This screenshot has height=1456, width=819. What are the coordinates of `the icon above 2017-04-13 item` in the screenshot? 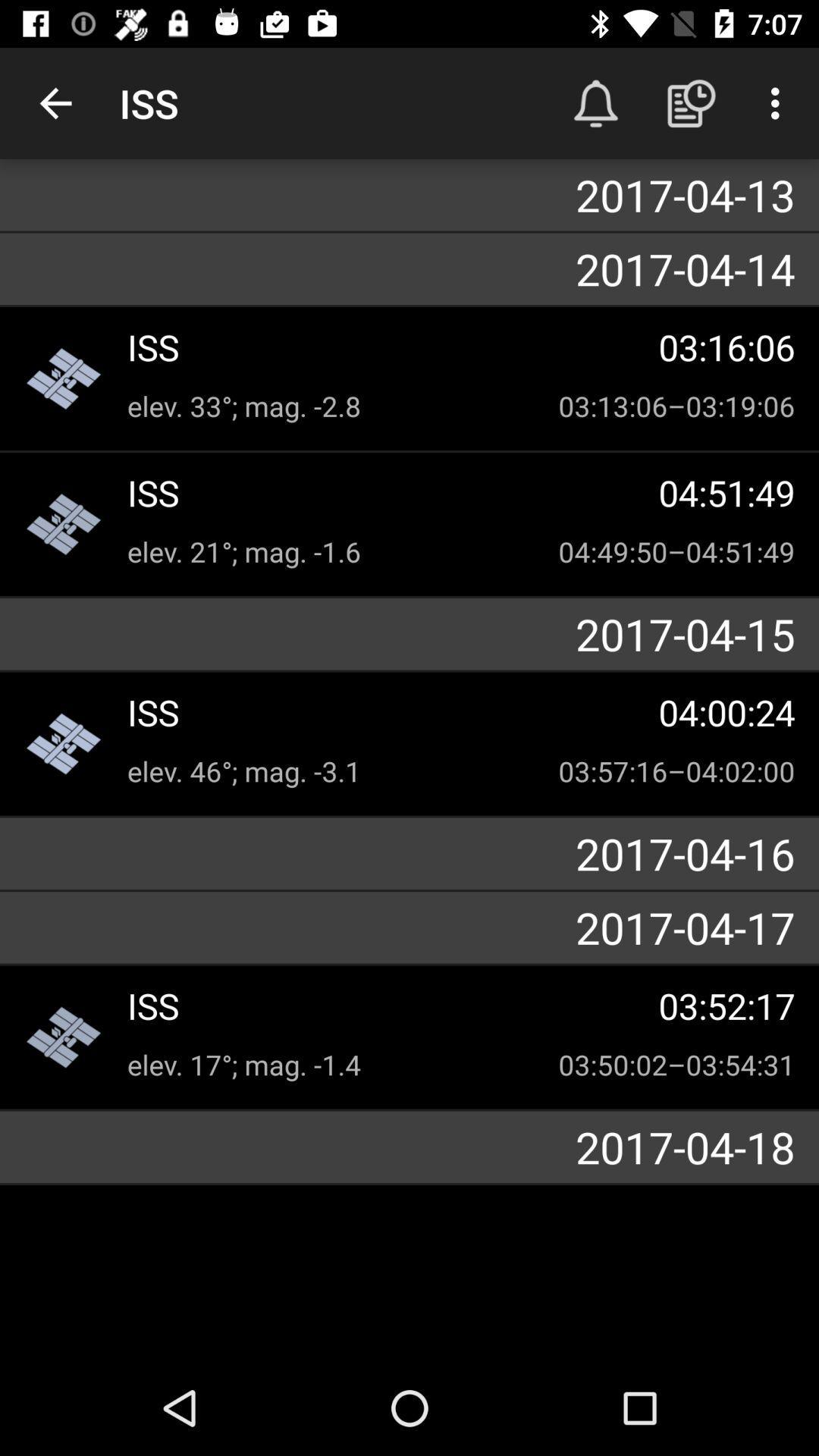 It's located at (595, 102).